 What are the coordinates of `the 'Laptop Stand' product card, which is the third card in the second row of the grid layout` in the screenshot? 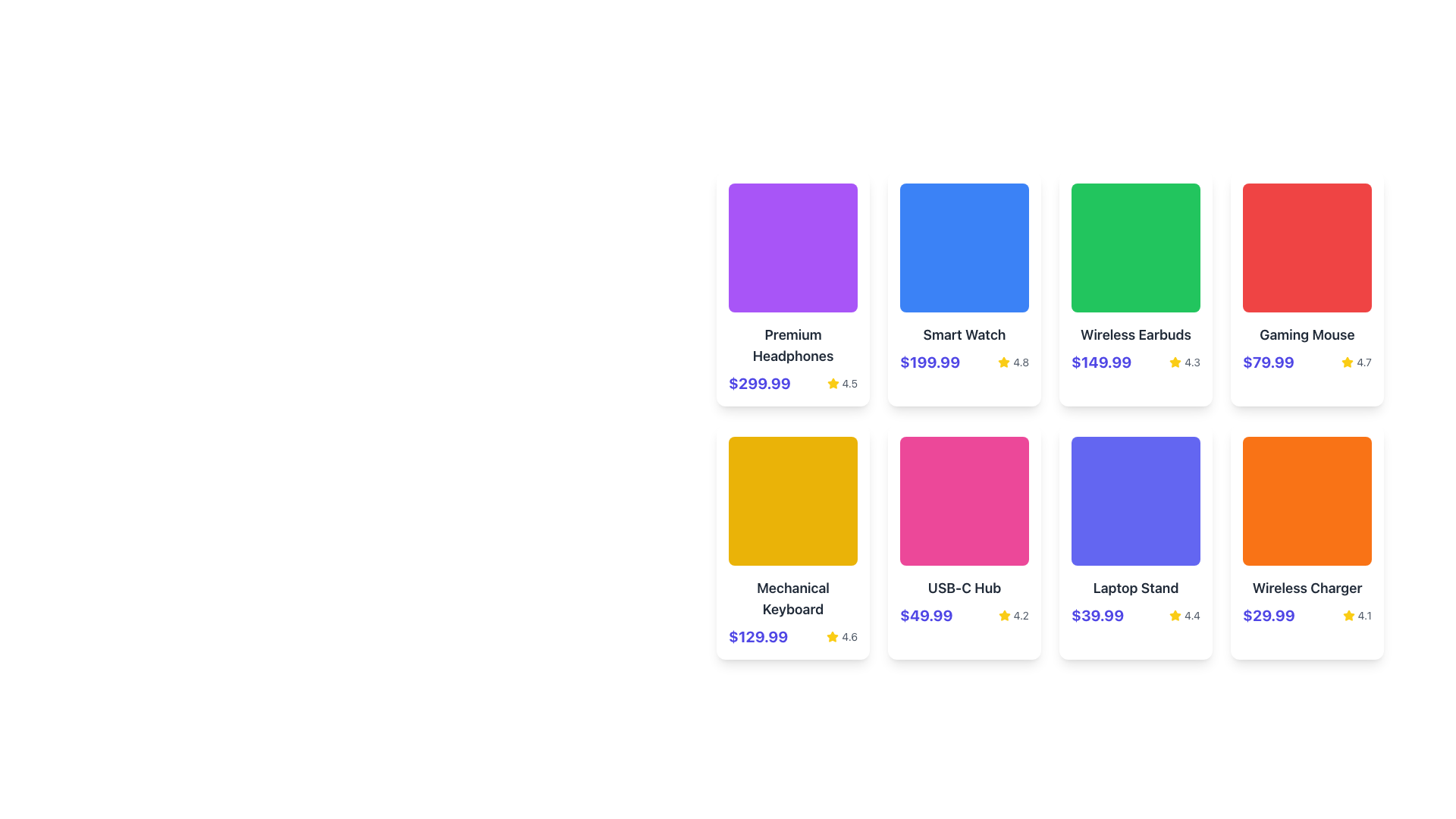 It's located at (1135, 541).